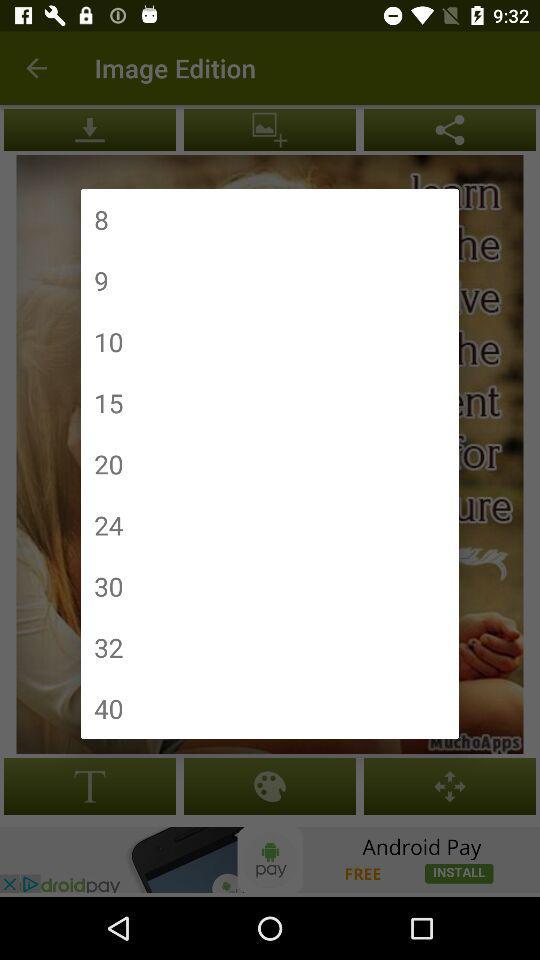 Image resolution: width=540 pixels, height=960 pixels. I want to click on the icon above 9 icon, so click(100, 219).